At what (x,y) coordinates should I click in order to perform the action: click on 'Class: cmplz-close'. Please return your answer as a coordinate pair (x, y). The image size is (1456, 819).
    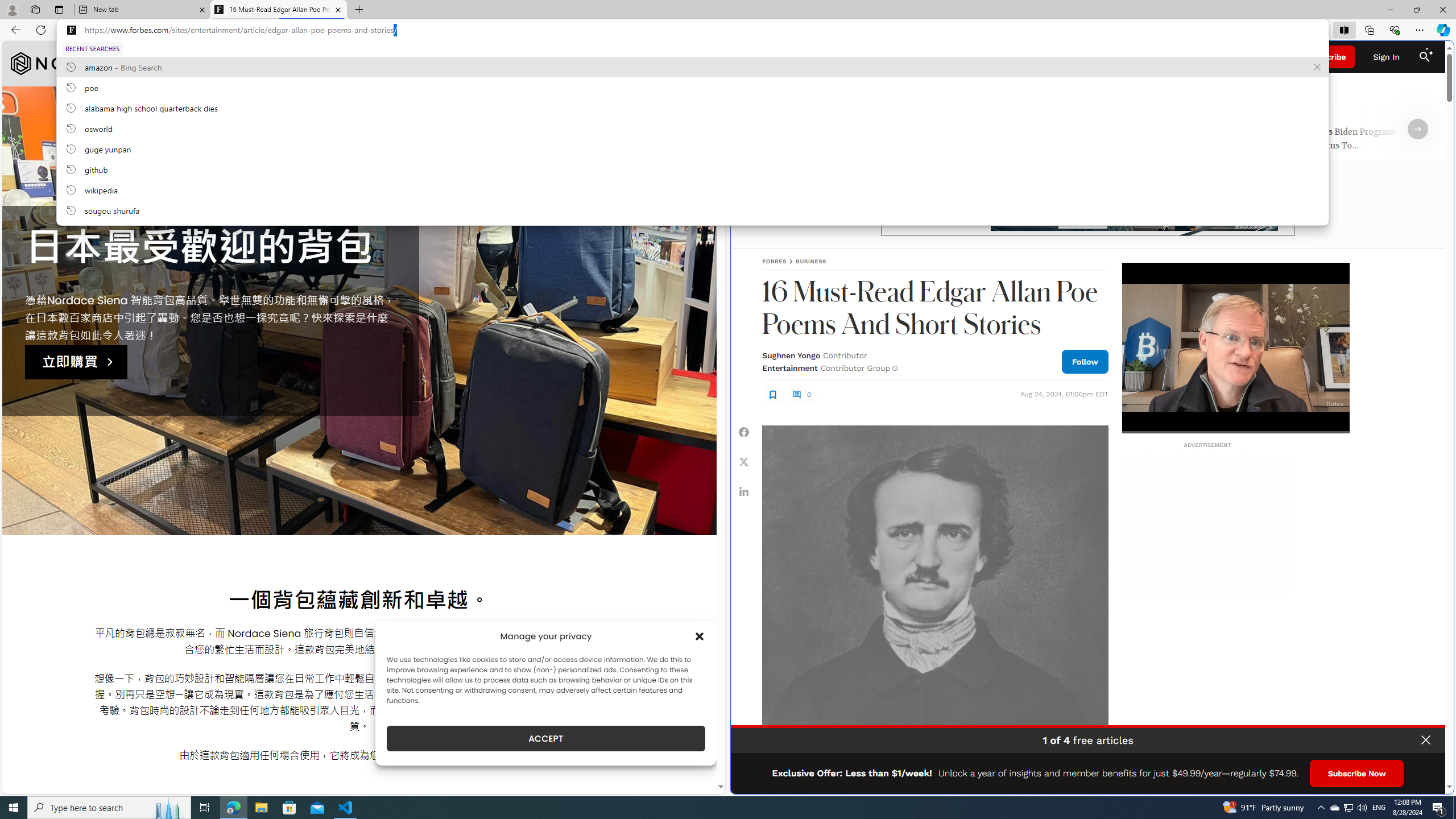
    Looking at the image, I should click on (700, 636).